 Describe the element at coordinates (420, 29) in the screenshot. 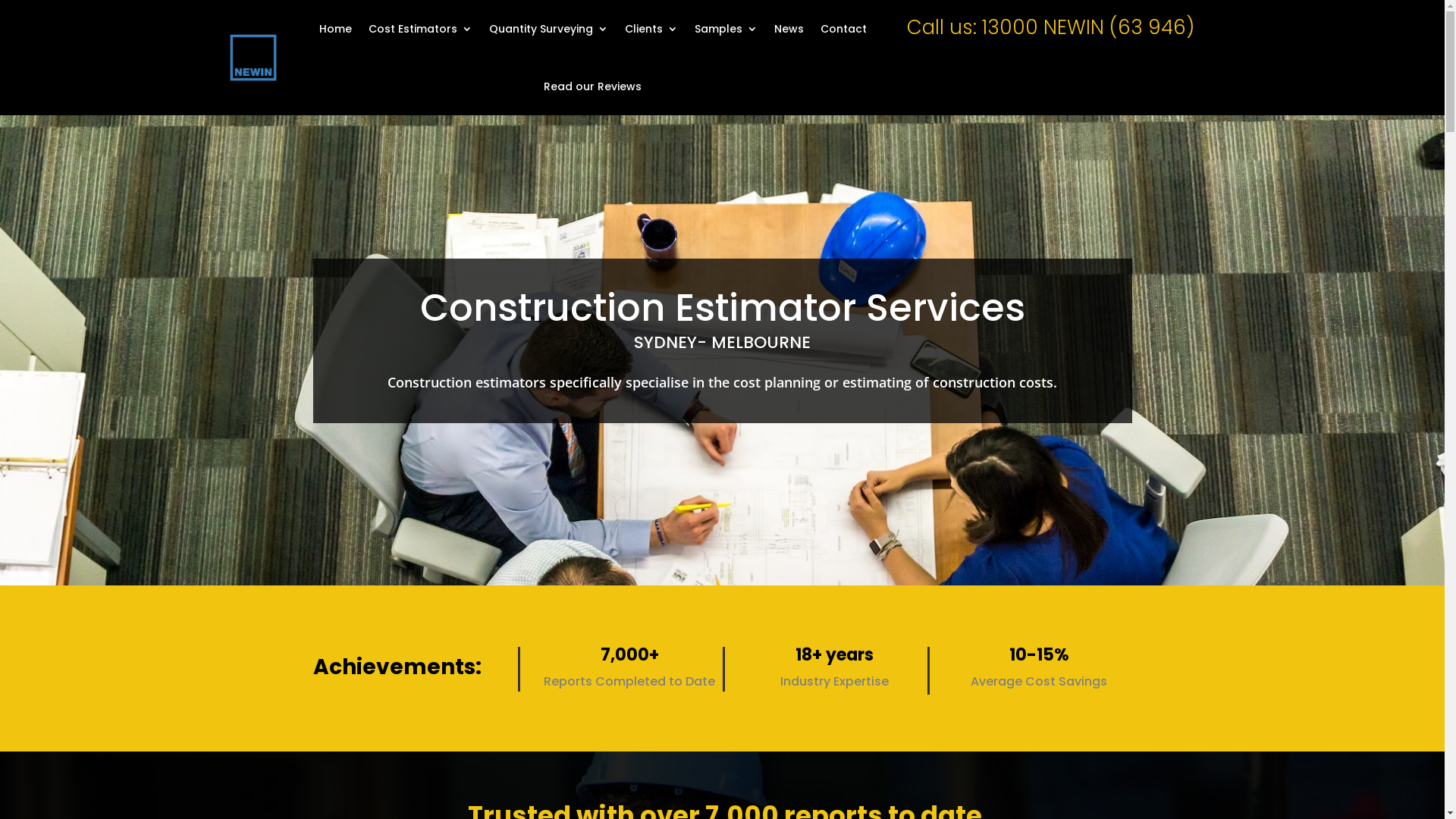

I see `'Cost Estimators'` at that location.